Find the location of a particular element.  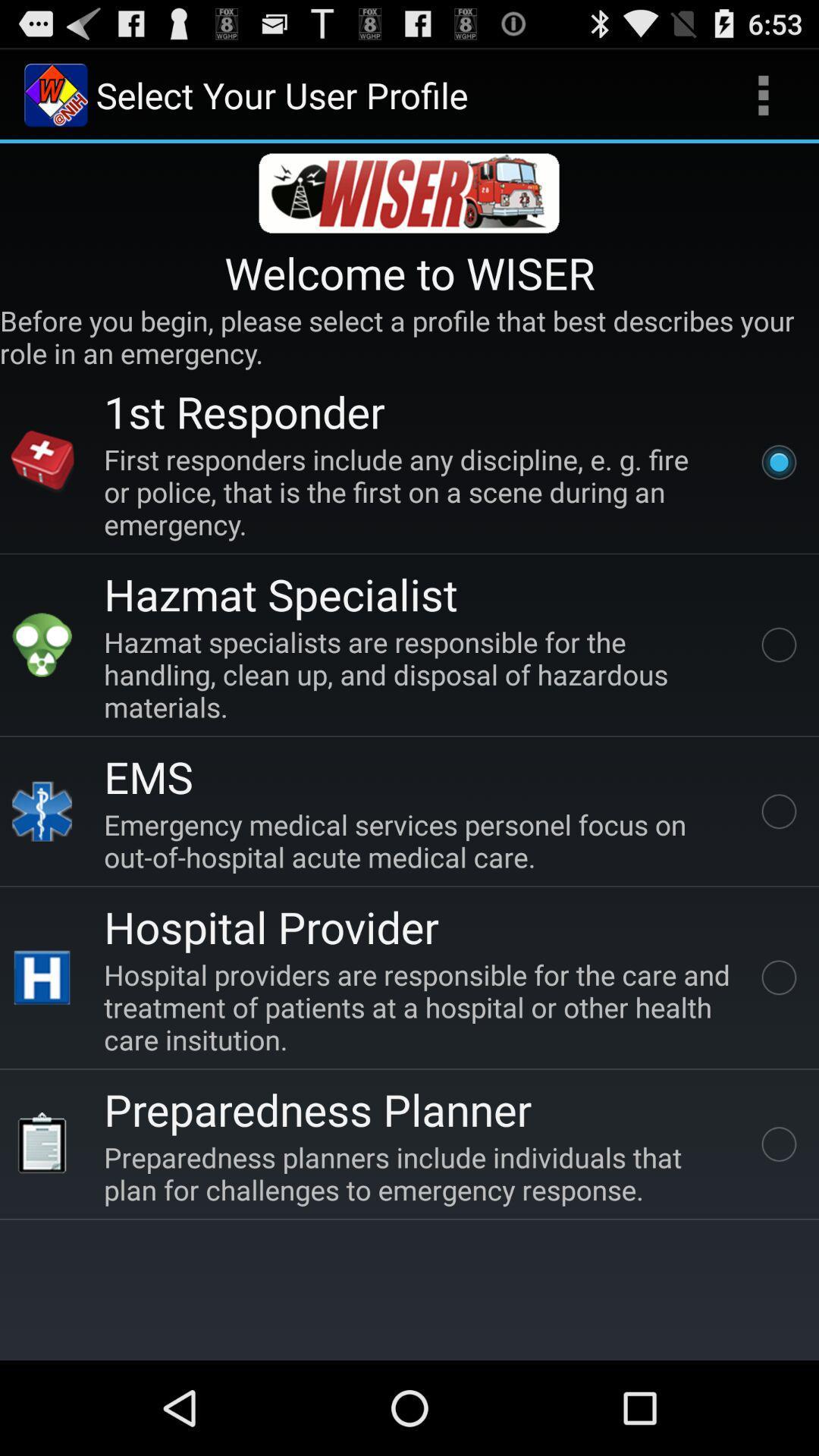

item below the 1st responder app is located at coordinates (420, 491).